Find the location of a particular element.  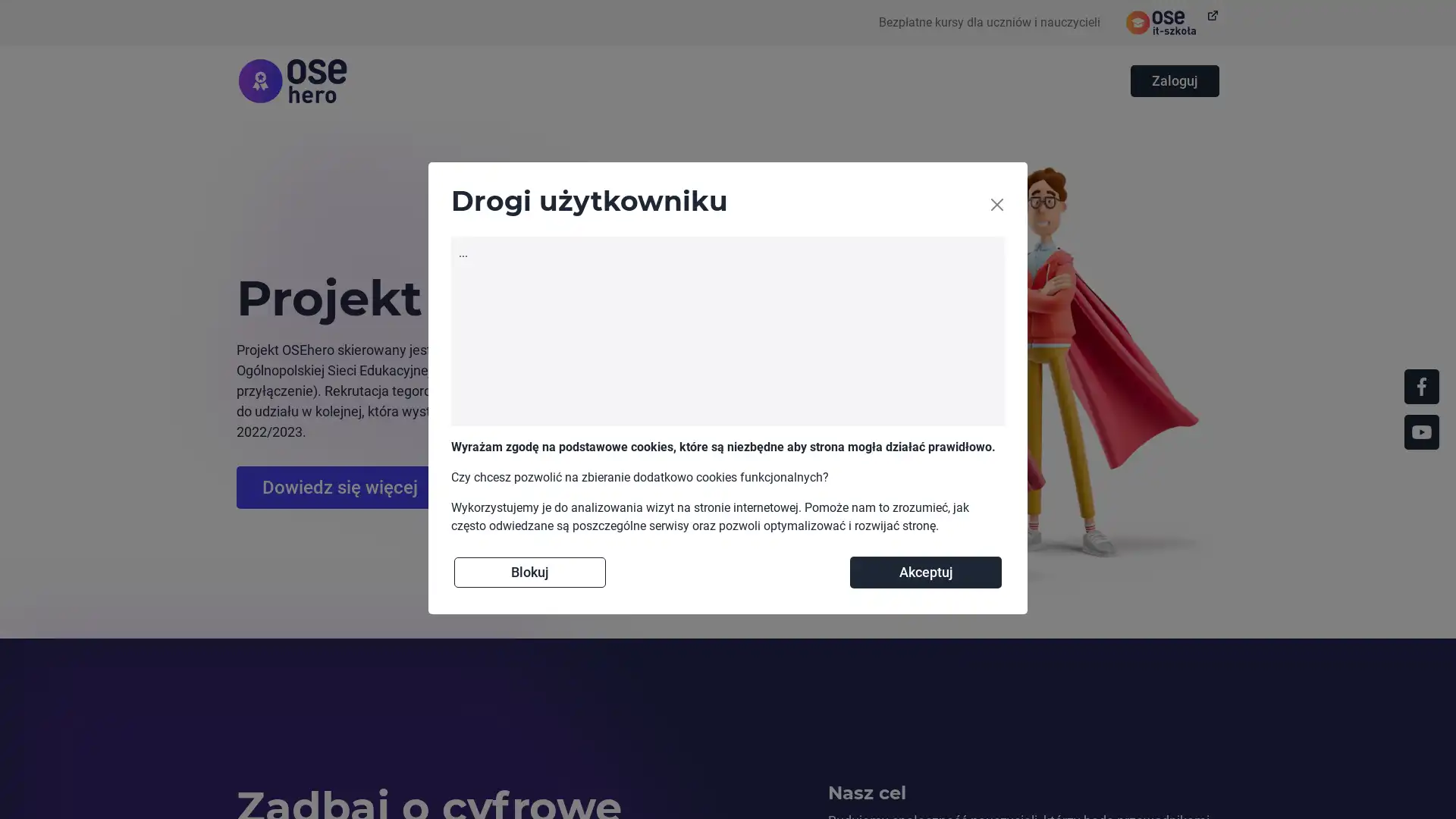

Blokuj is located at coordinates (530, 571).